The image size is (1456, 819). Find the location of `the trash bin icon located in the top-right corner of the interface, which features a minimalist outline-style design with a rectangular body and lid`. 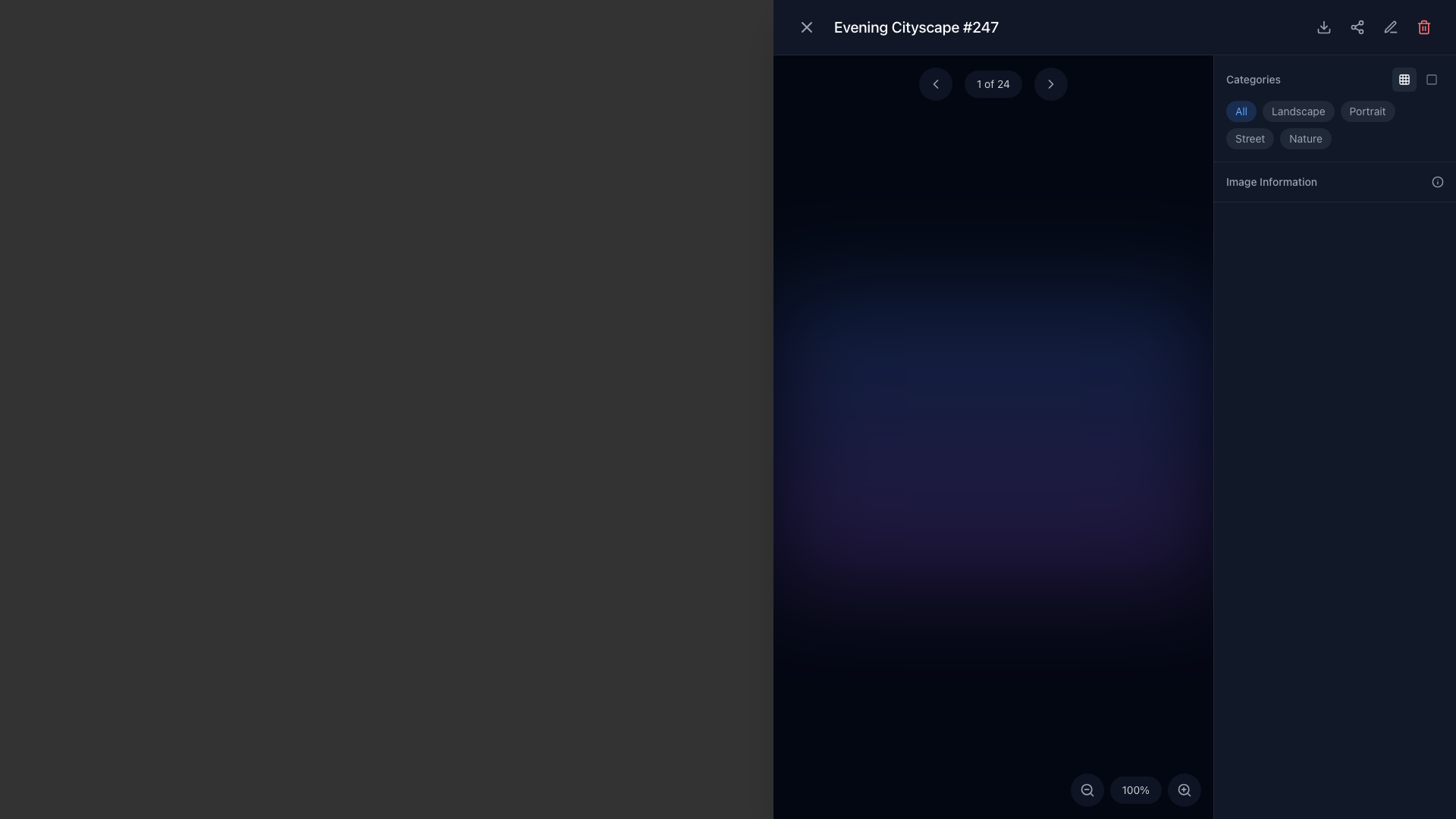

the trash bin icon located in the top-right corner of the interface, which features a minimalist outline-style design with a rectangular body and lid is located at coordinates (1423, 27).